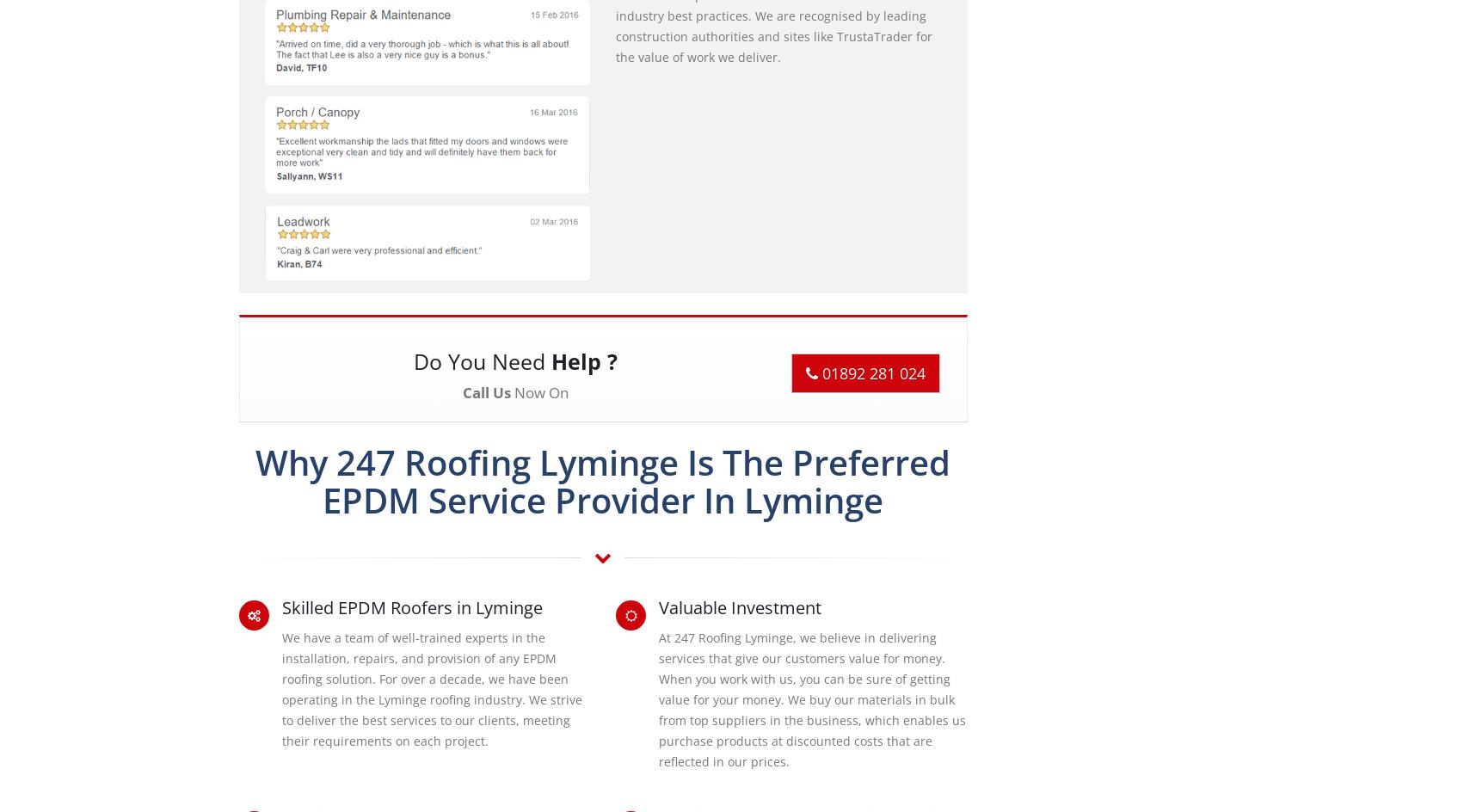 The height and width of the screenshot is (812, 1458). Describe the element at coordinates (657, 698) in the screenshot. I see `'At 247 Roofing Lyminge, we believe in delivering services that give our customers value for money. When you work with us, you can be sure of getting value for your money. We buy our materials in bulk from top suppliers in the business, which enables us purchase products at discounted costs that are reflected in our prices.'` at that location.